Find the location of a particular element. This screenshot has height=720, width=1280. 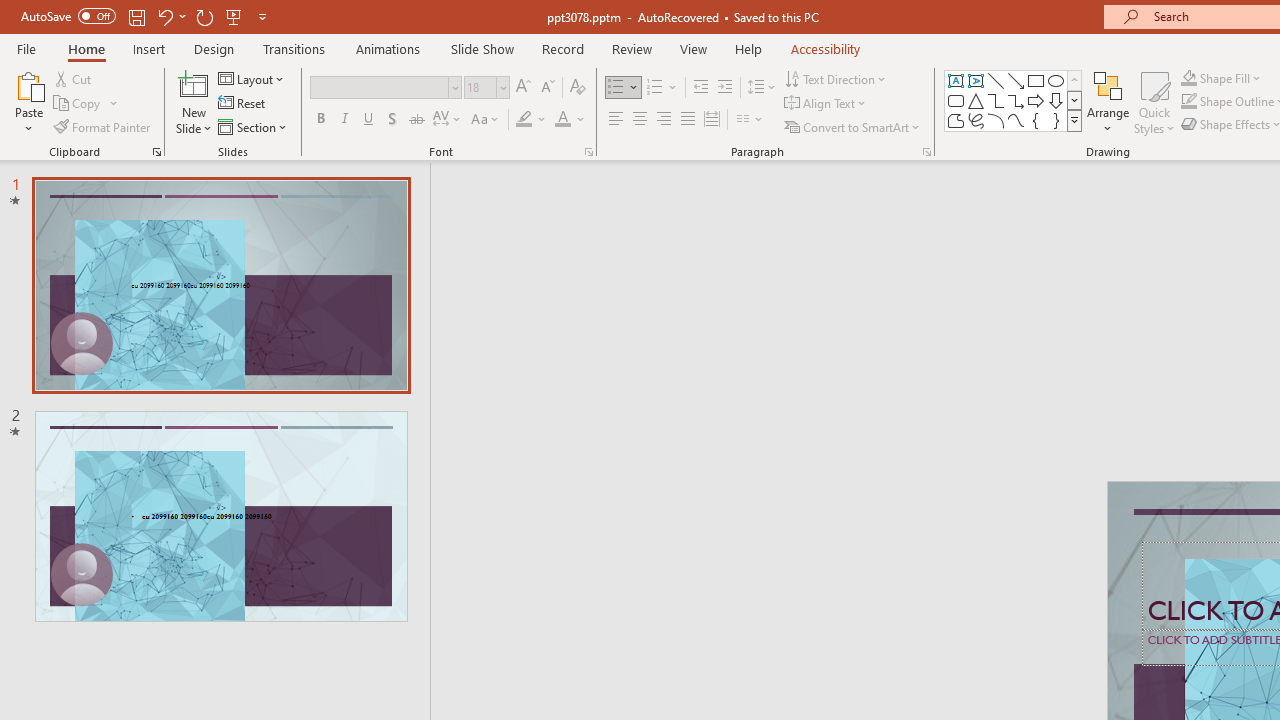

'Increase Font Size' is located at coordinates (522, 86).